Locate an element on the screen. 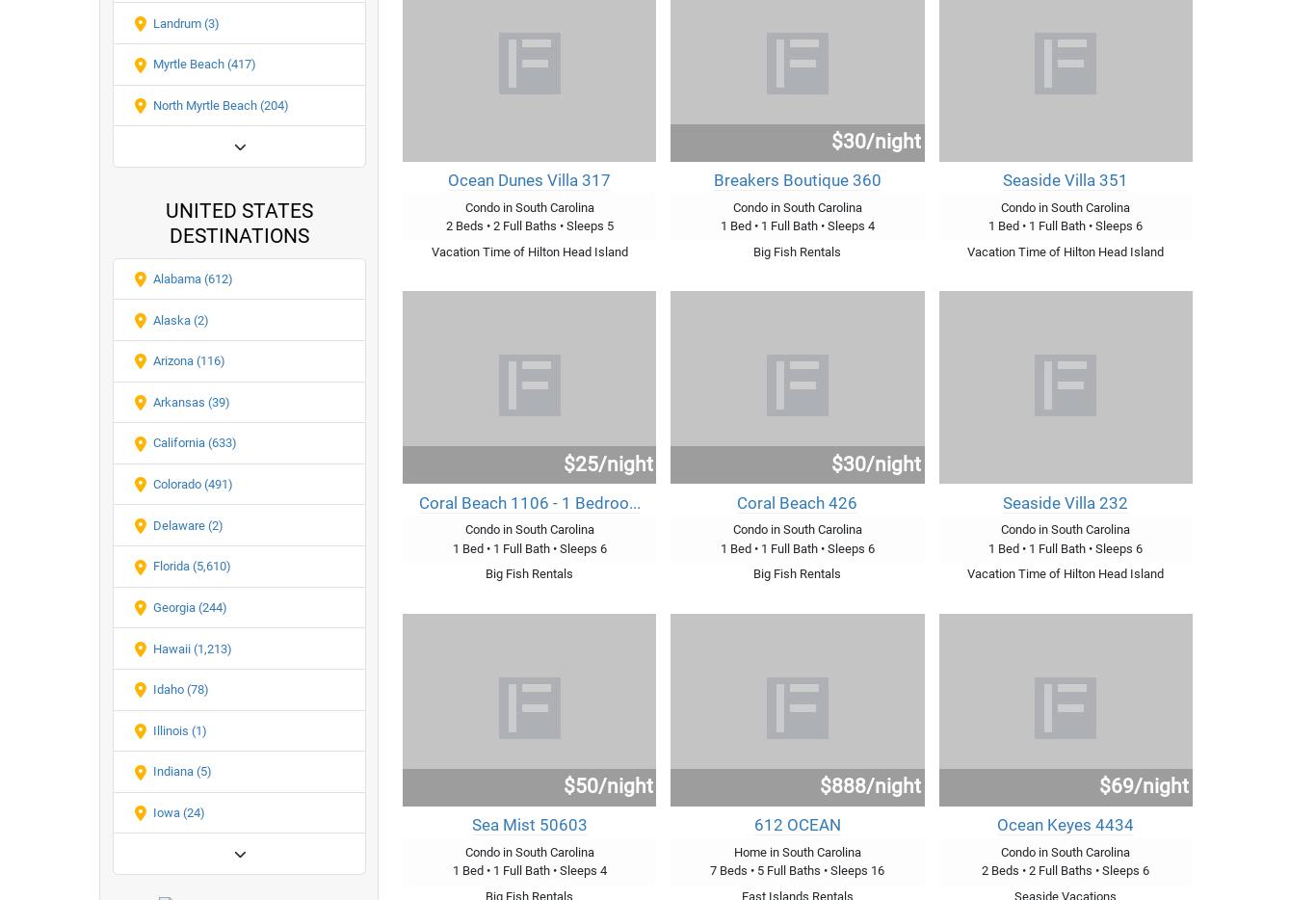  'About Find Rentals' is located at coordinates (547, 159).